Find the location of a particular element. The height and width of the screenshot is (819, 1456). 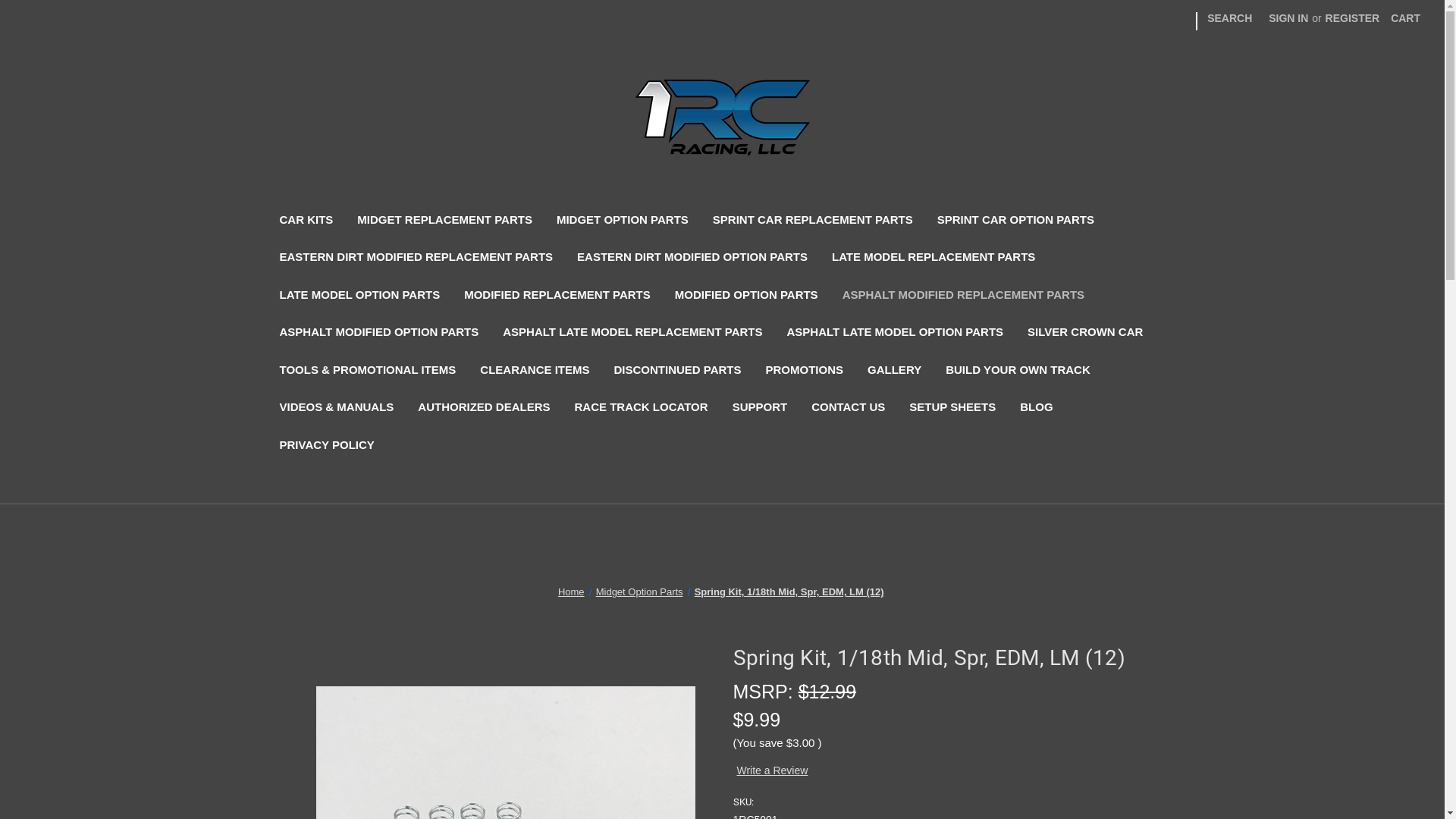

'SEARCH' is located at coordinates (1229, 18).